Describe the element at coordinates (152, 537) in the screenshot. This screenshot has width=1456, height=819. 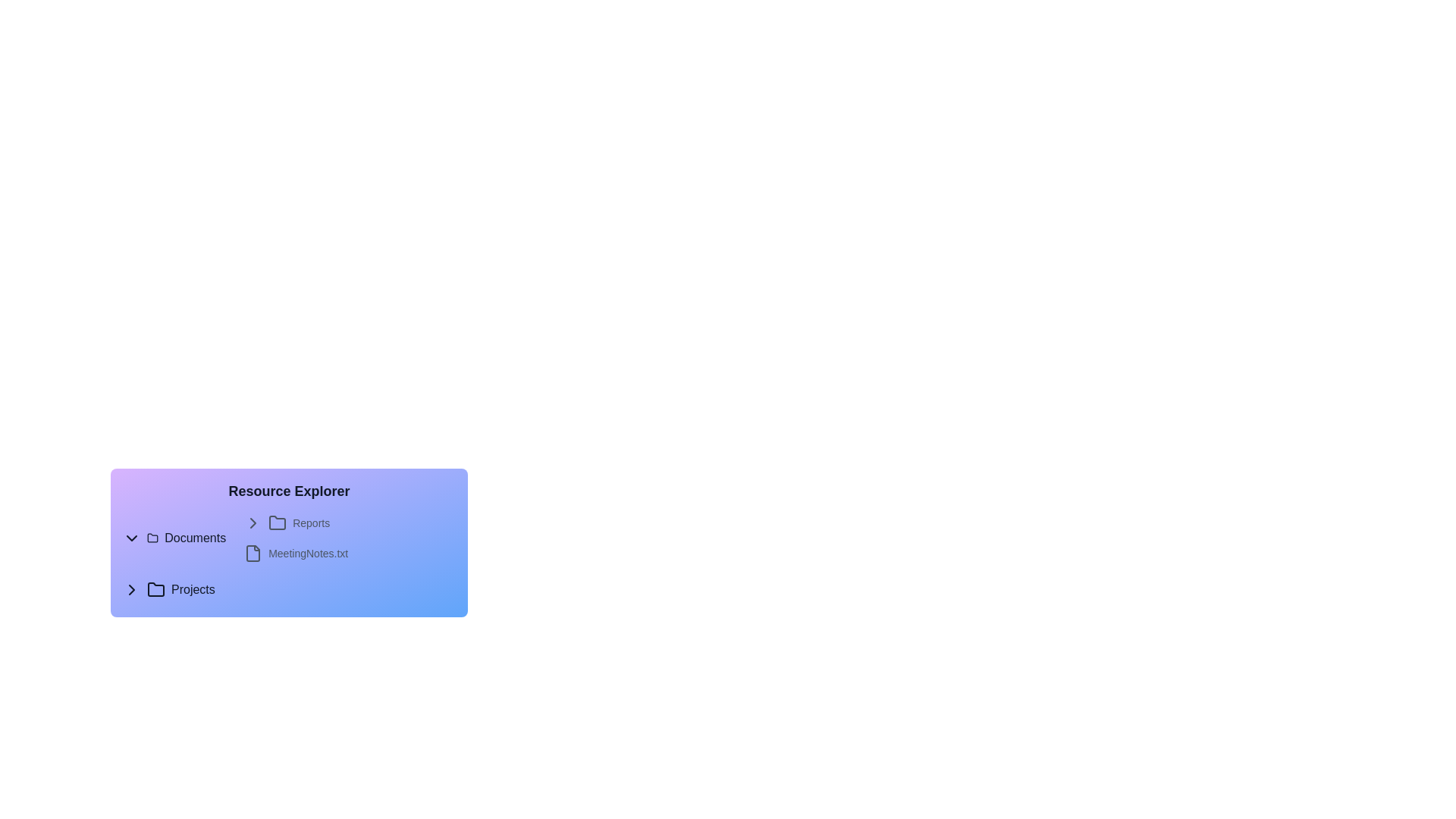
I see `the folder icon representing the 'Documents' section, which is located immediately before the 'Documents' text label in the hierarchical list` at that location.